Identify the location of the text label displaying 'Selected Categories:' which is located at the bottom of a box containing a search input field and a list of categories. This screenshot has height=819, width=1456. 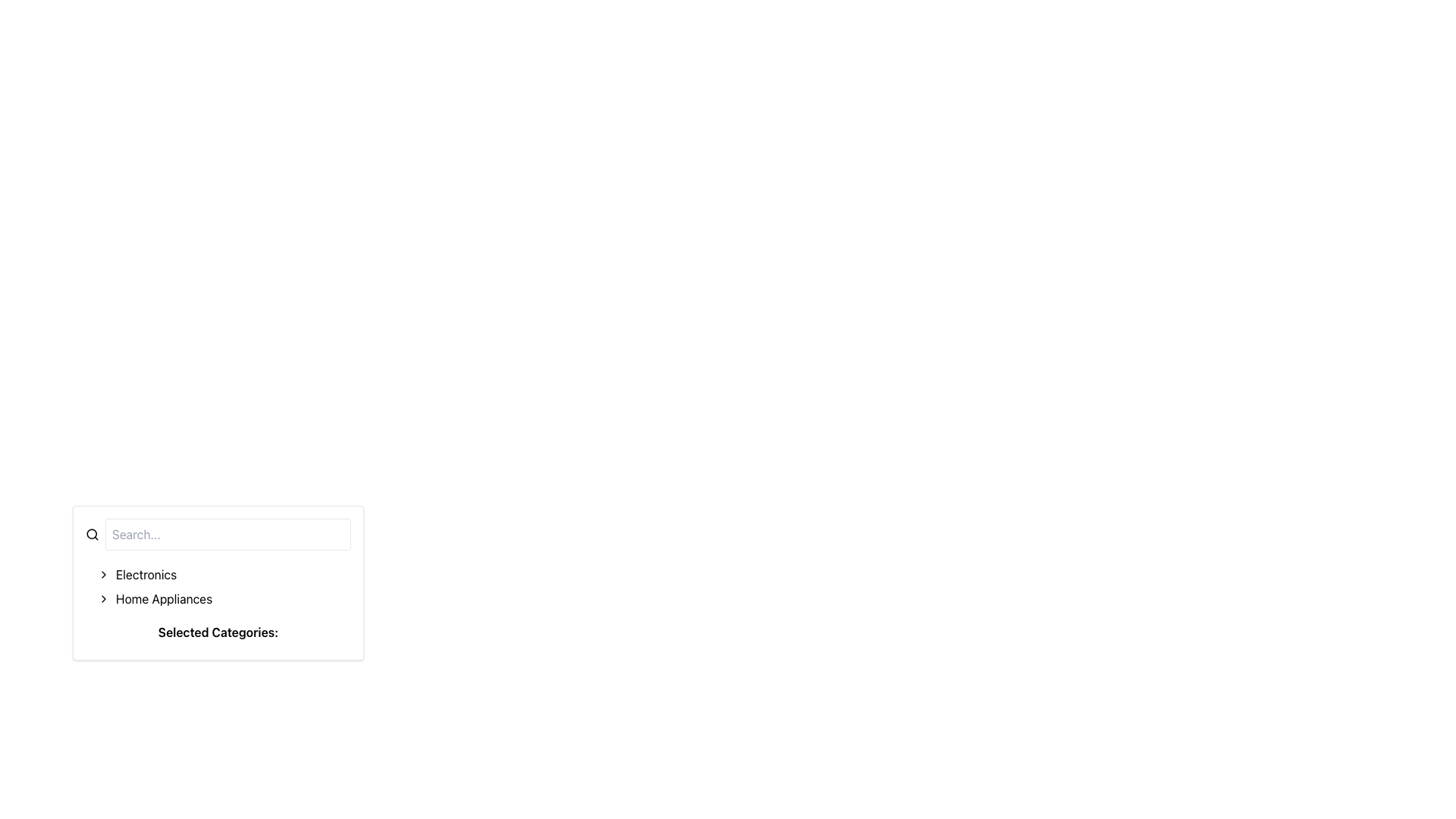
(218, 635).